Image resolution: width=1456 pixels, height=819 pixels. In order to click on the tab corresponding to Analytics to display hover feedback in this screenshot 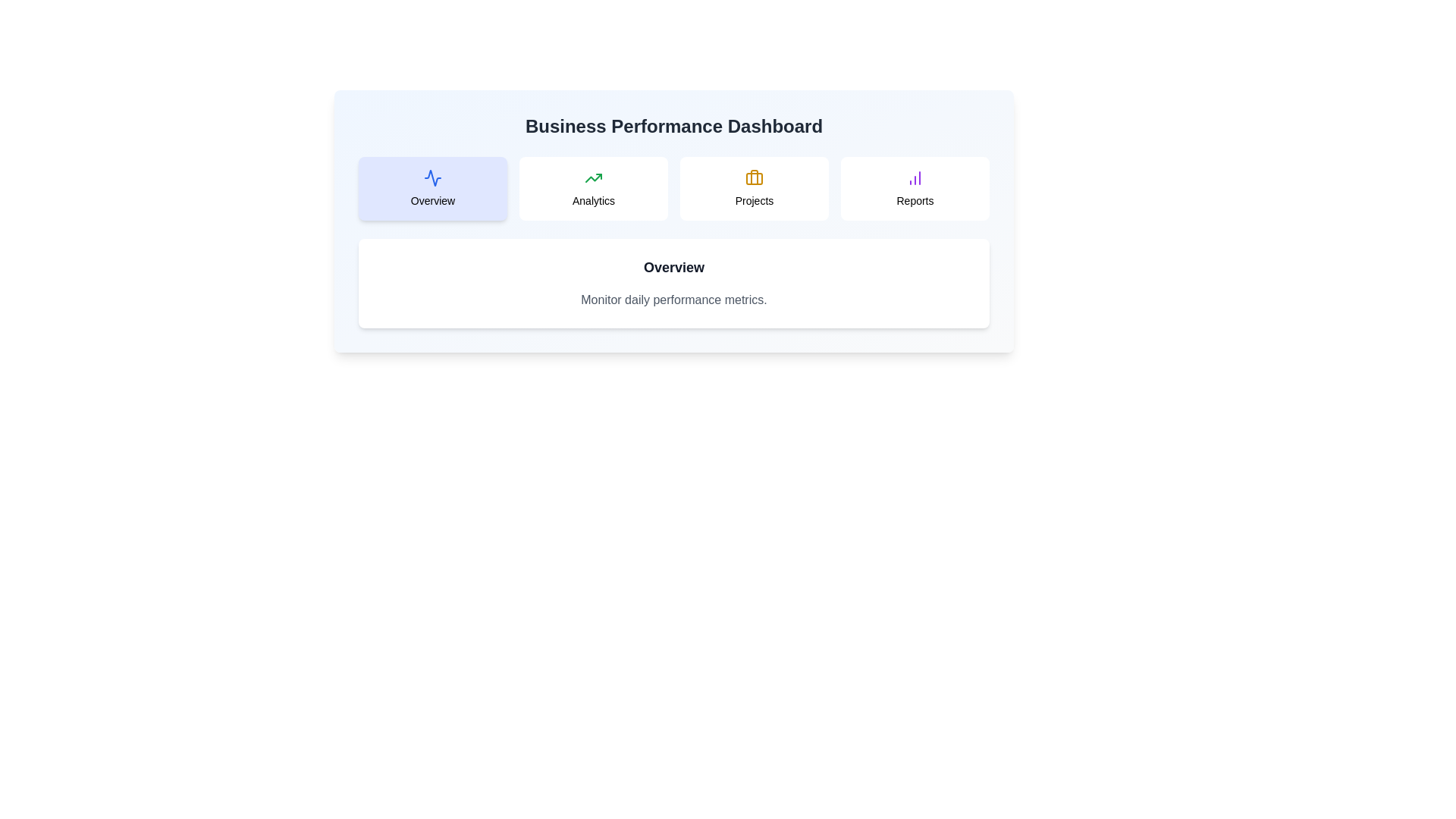, I will do `click(592, 188)`.